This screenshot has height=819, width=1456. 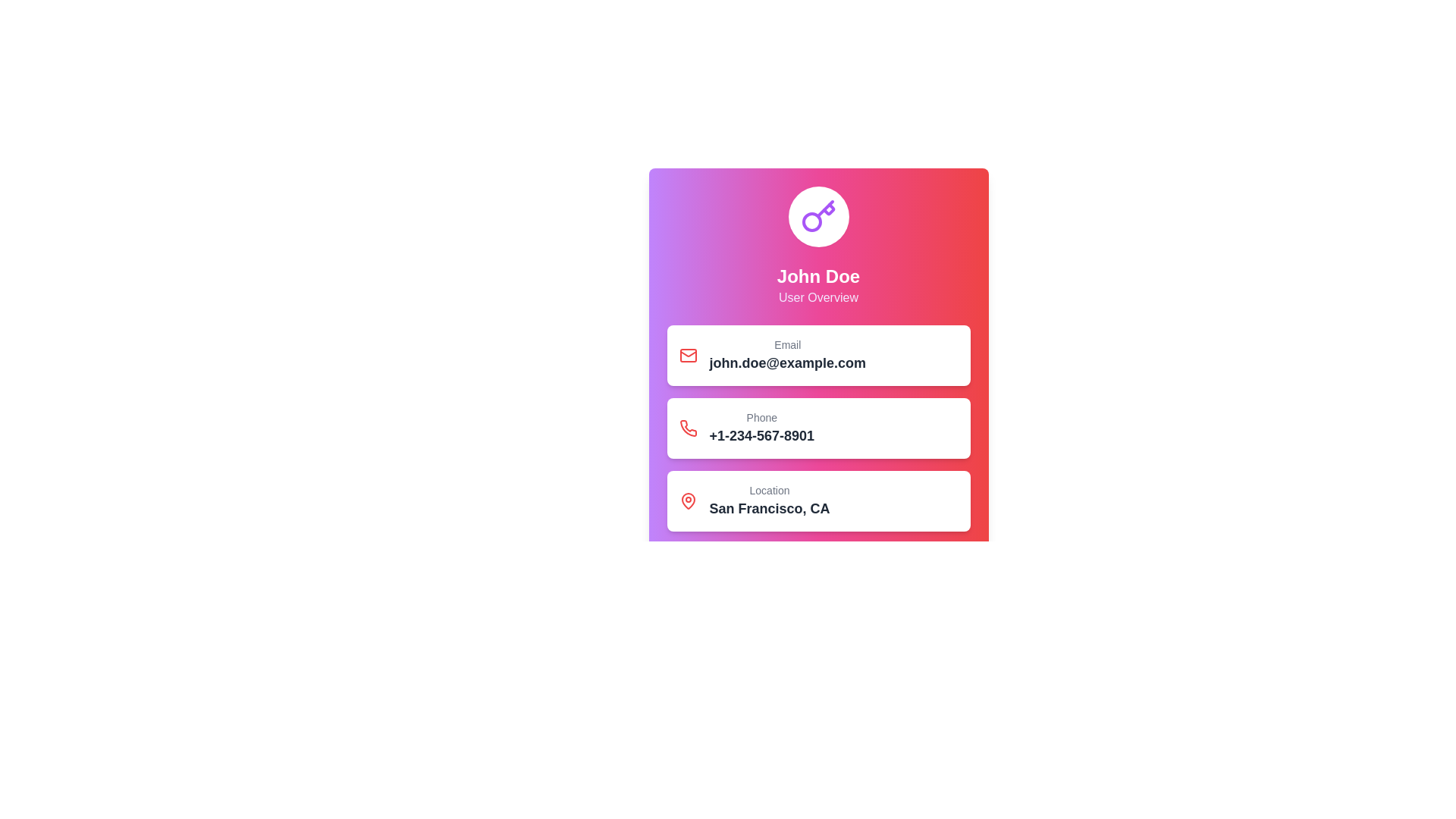 What do you see at coordinates (687, 356) in the screenshot?
I see `the red envelope icon, which is a rectangular SVG component with rounded corners located in the top information block of the card` at bounding box center [687, 356].